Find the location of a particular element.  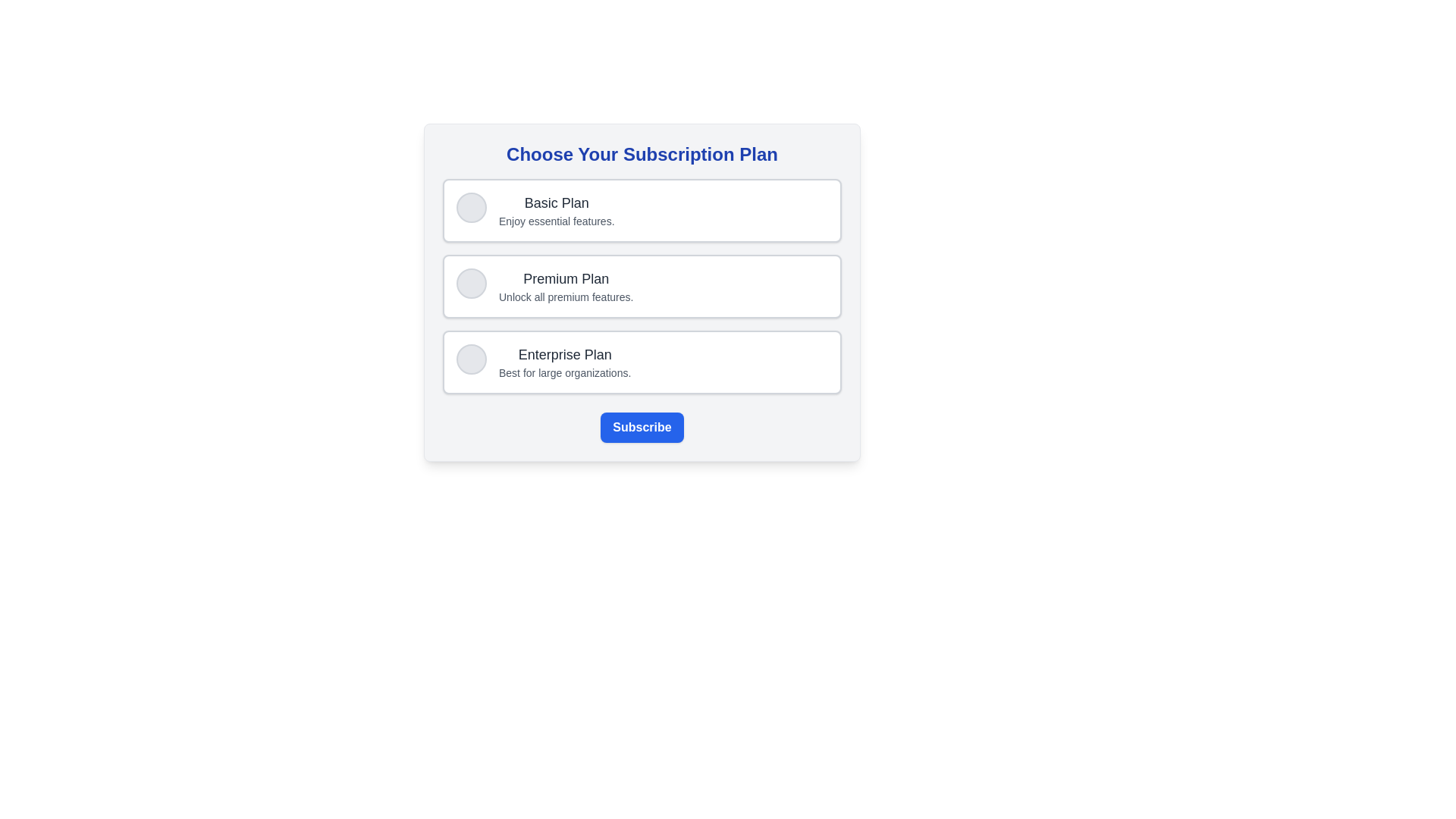

the 'Premium Plan' title and description text block, which is the primary content in the second option of the subscription plan selection interface is located at coordinates (565, 287).